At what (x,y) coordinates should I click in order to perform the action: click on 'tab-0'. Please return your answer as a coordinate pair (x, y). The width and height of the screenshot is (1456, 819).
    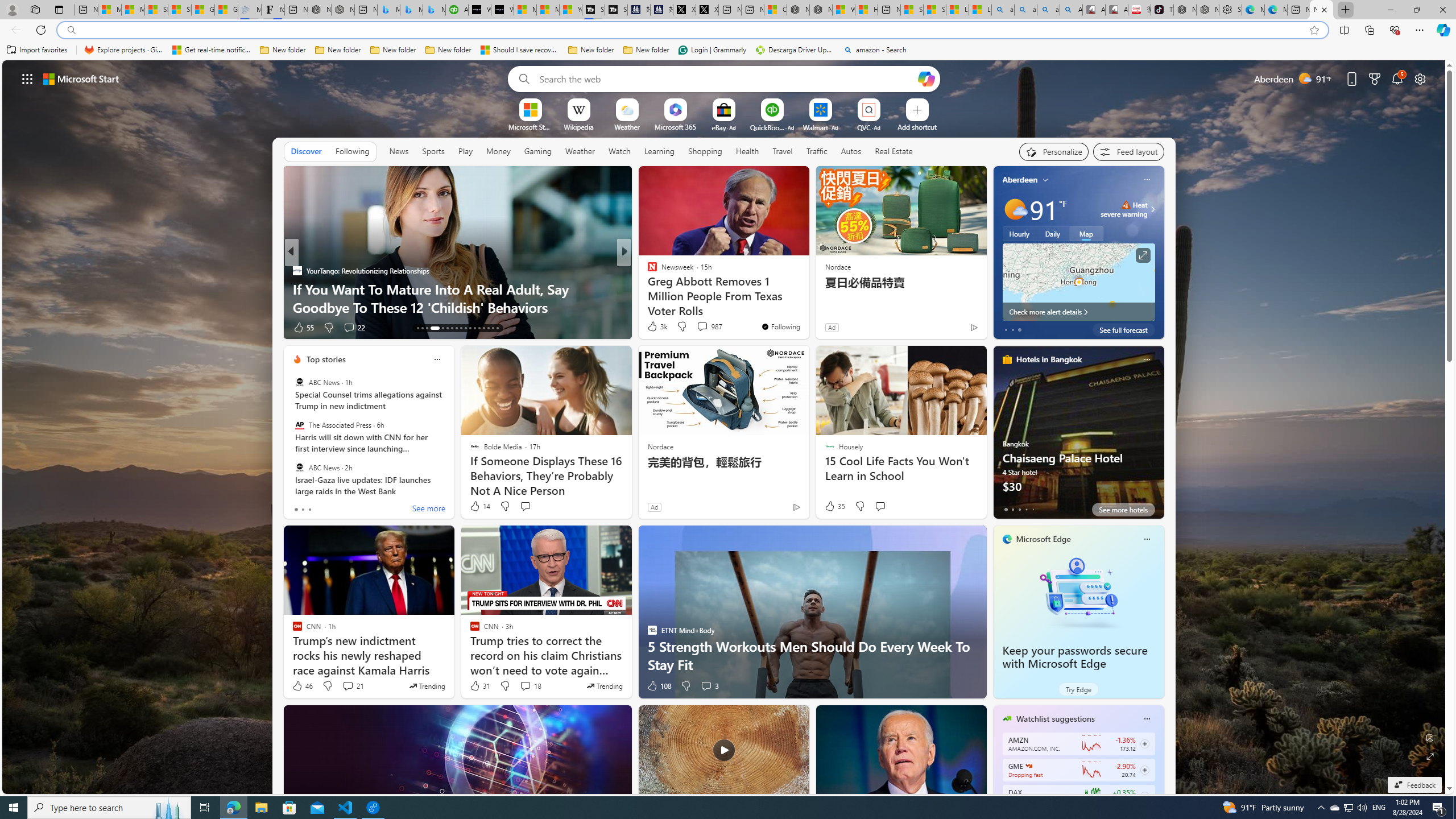
    Looking at the image, I should click on (1004, 509).